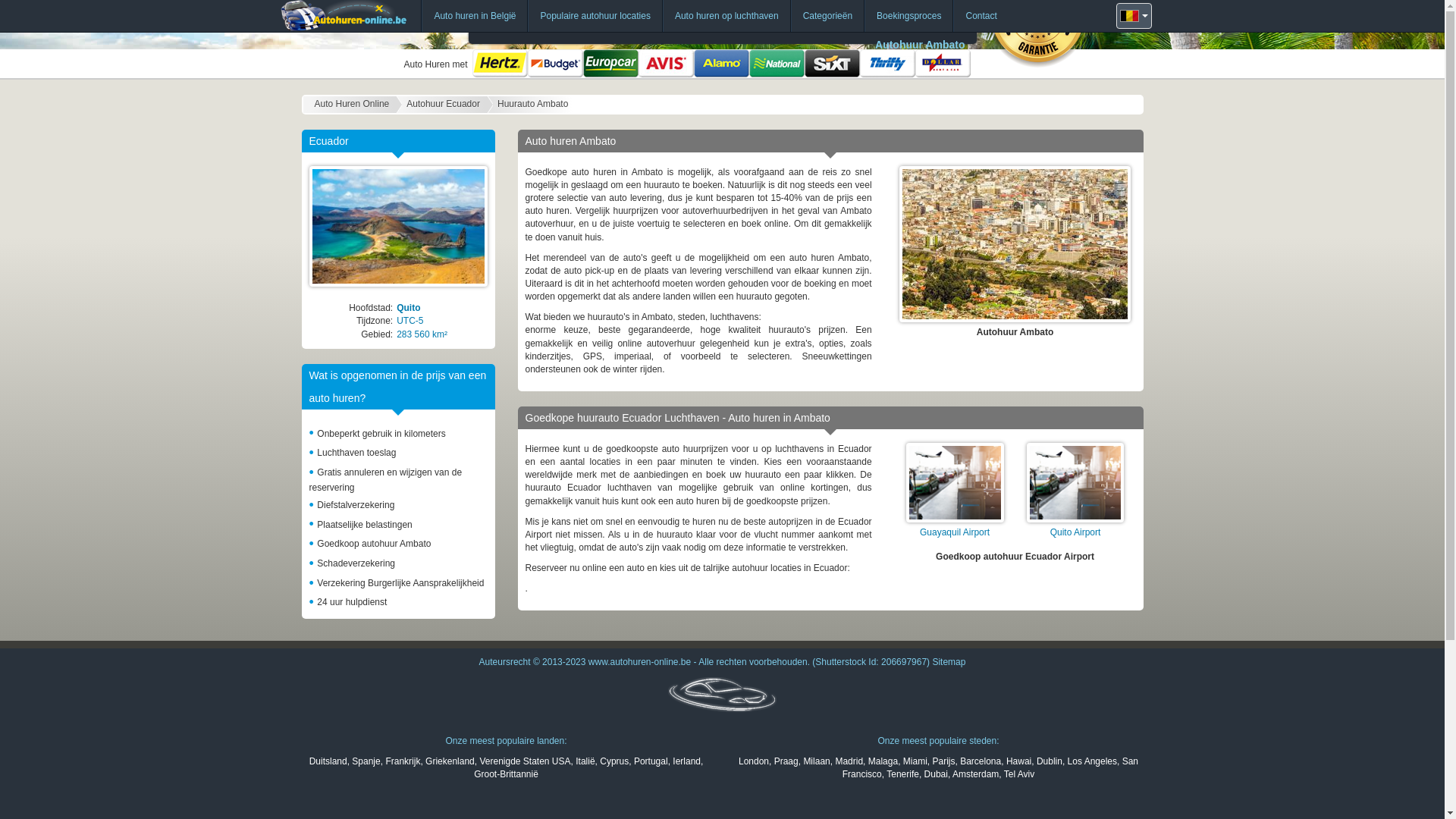 Image resolution: width=1456 pixels, height=819 pixels. What do you see at coordinates (883, 761) in the screenshot?
I see `'Malaga'` at bounding box center [883, 761].